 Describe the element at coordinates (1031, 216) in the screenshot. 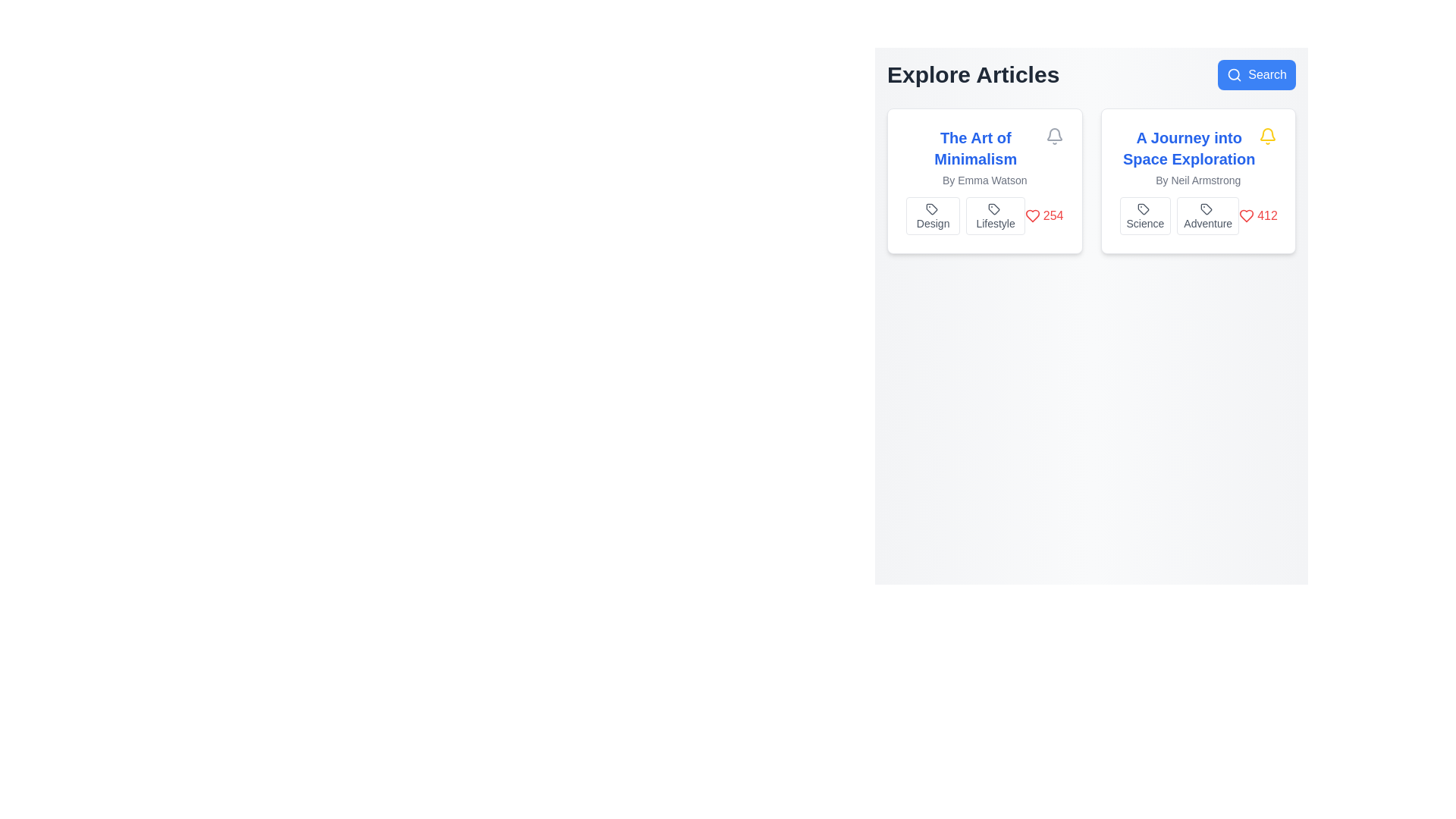

I see `the heart indicator icon located in the first article card labeled 'The Art of Minimalism', positioned to the left of the count '254'` at that location.